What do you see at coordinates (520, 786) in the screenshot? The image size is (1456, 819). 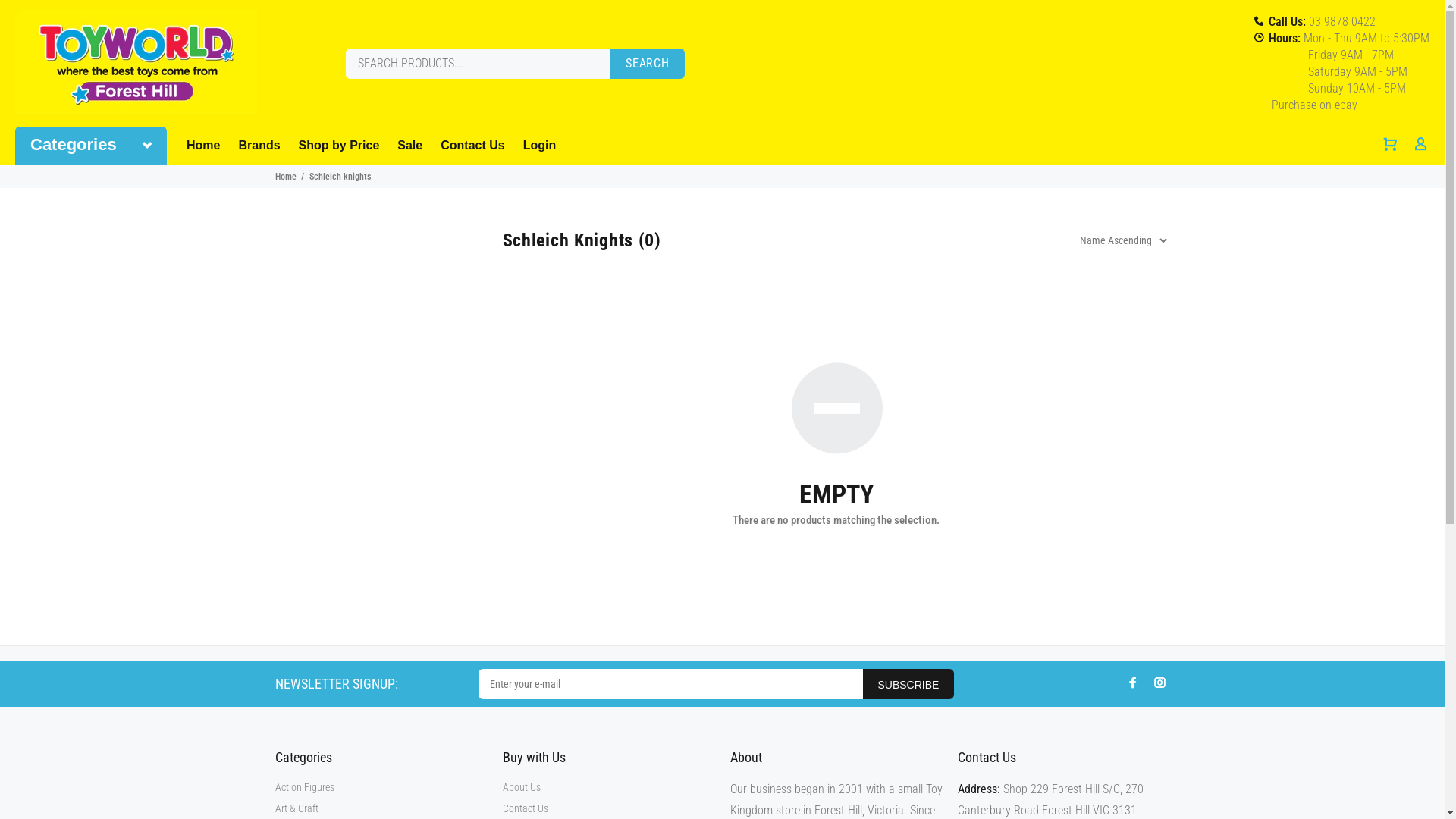 I see `'About Us'` at bounding box center [520, 786].